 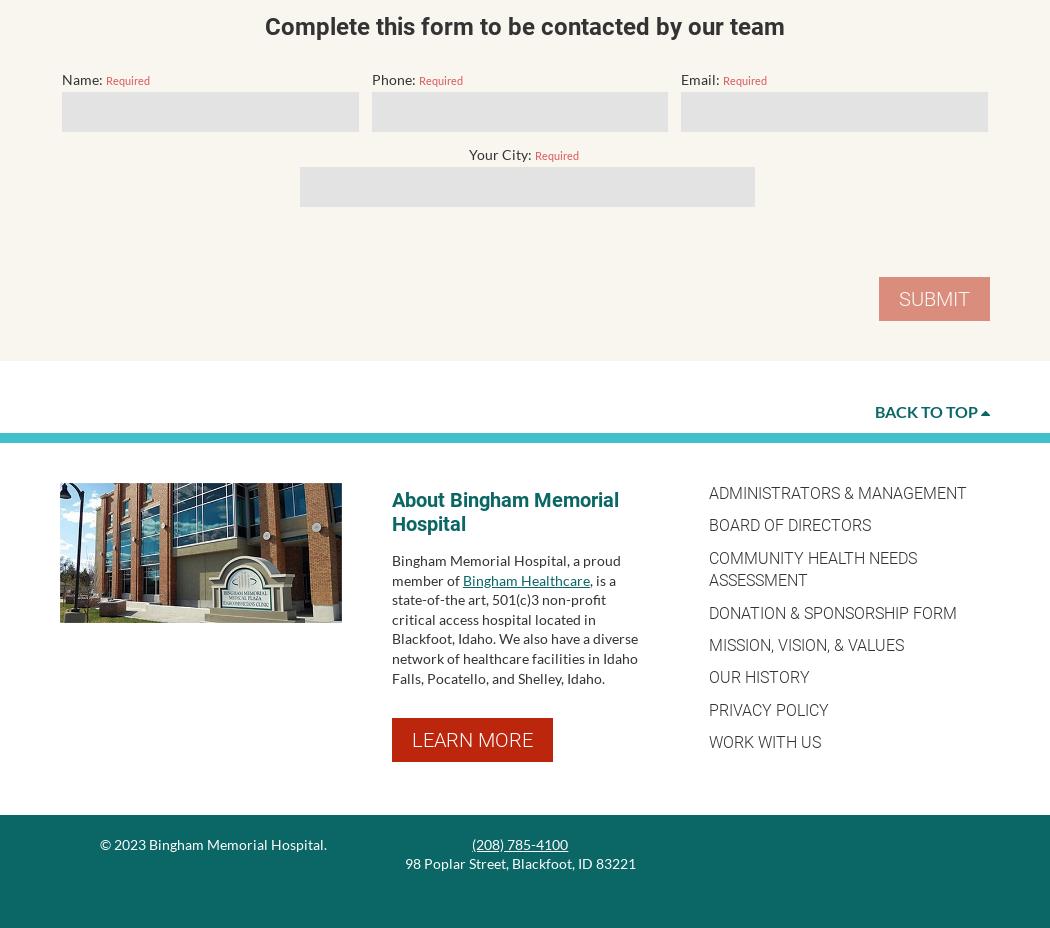 I want to click on '98 Poplar Street, Blackfoot, ID 83221', so click(x=404, y=863).